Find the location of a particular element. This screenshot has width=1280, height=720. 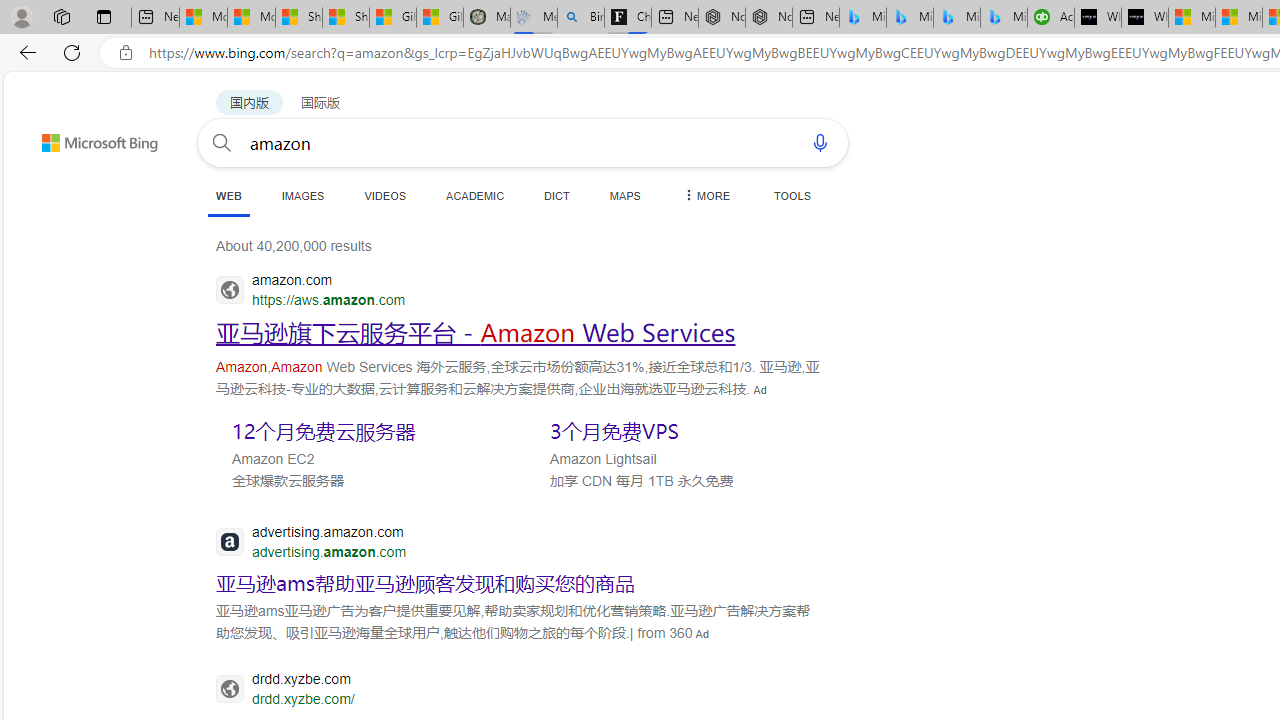

'Nordace - #1 Japanese Best-Seller - Siena Smart Backpack' is located at coordinates (768, 17).